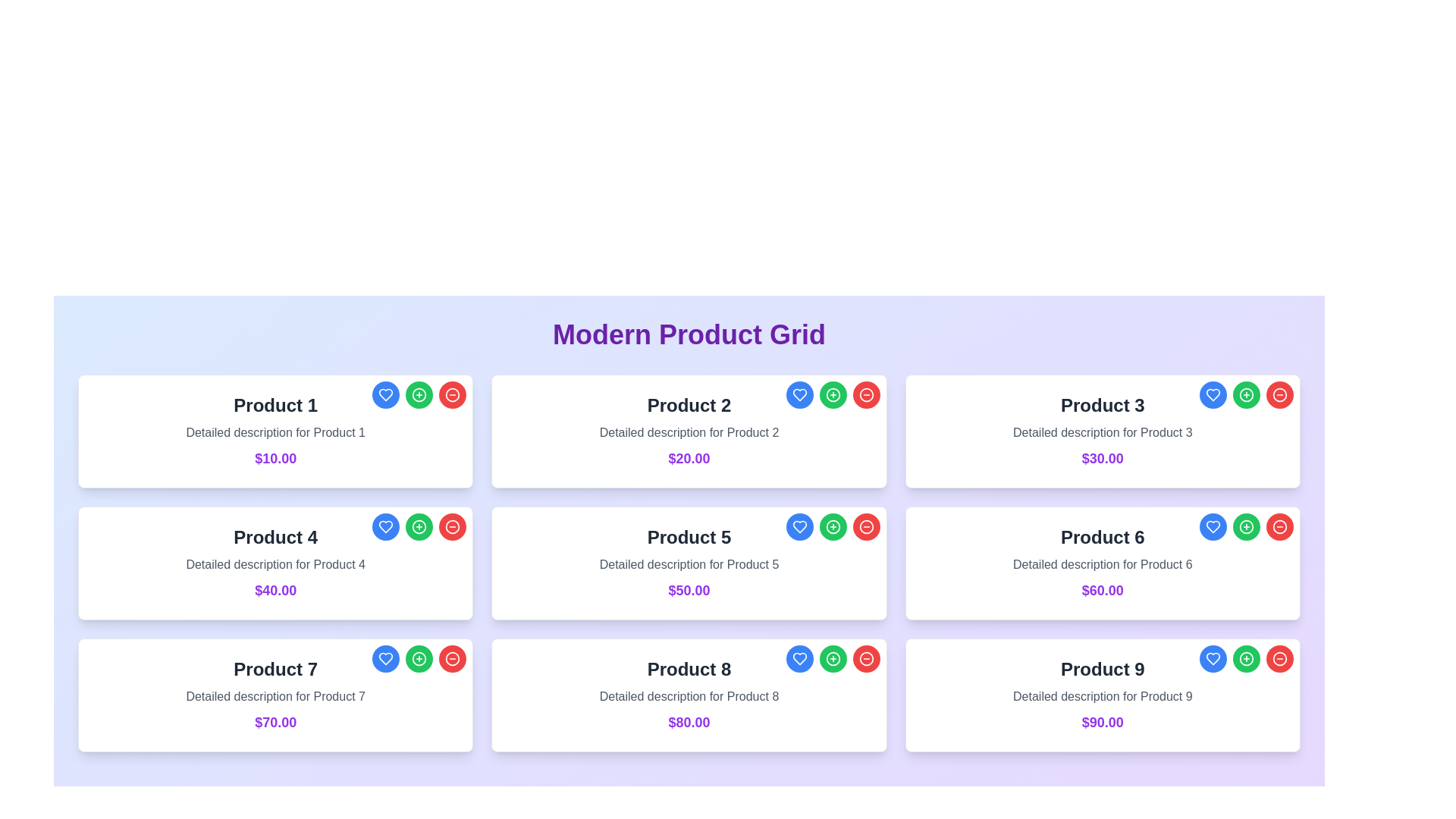 The image size is (1456, 819). What do you see at coordinates (275, 432) in the screenshot?
I see `text content of the text element displaying 'Detailed description for Product 1', which is located below the title 'Product 1' and above the price '$10.00' in the first product card` at bounding box center [275, 432].